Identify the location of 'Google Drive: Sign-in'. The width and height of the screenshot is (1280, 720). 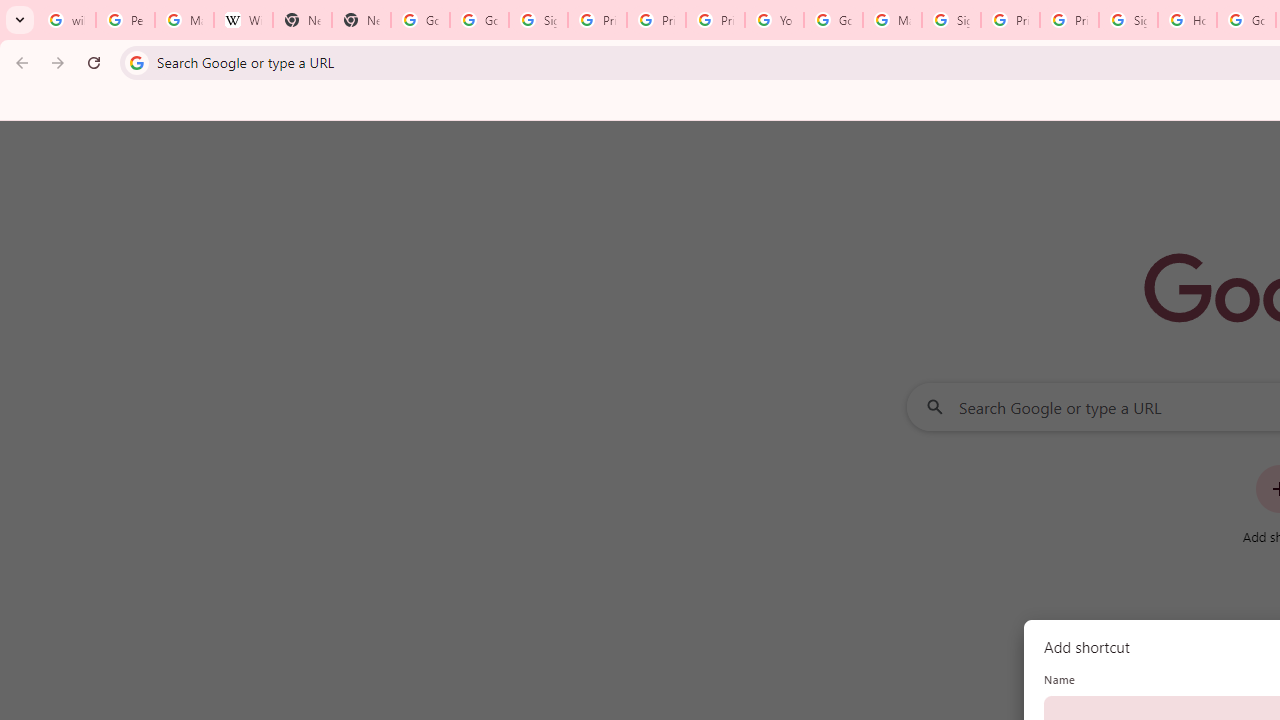
(480, 20).